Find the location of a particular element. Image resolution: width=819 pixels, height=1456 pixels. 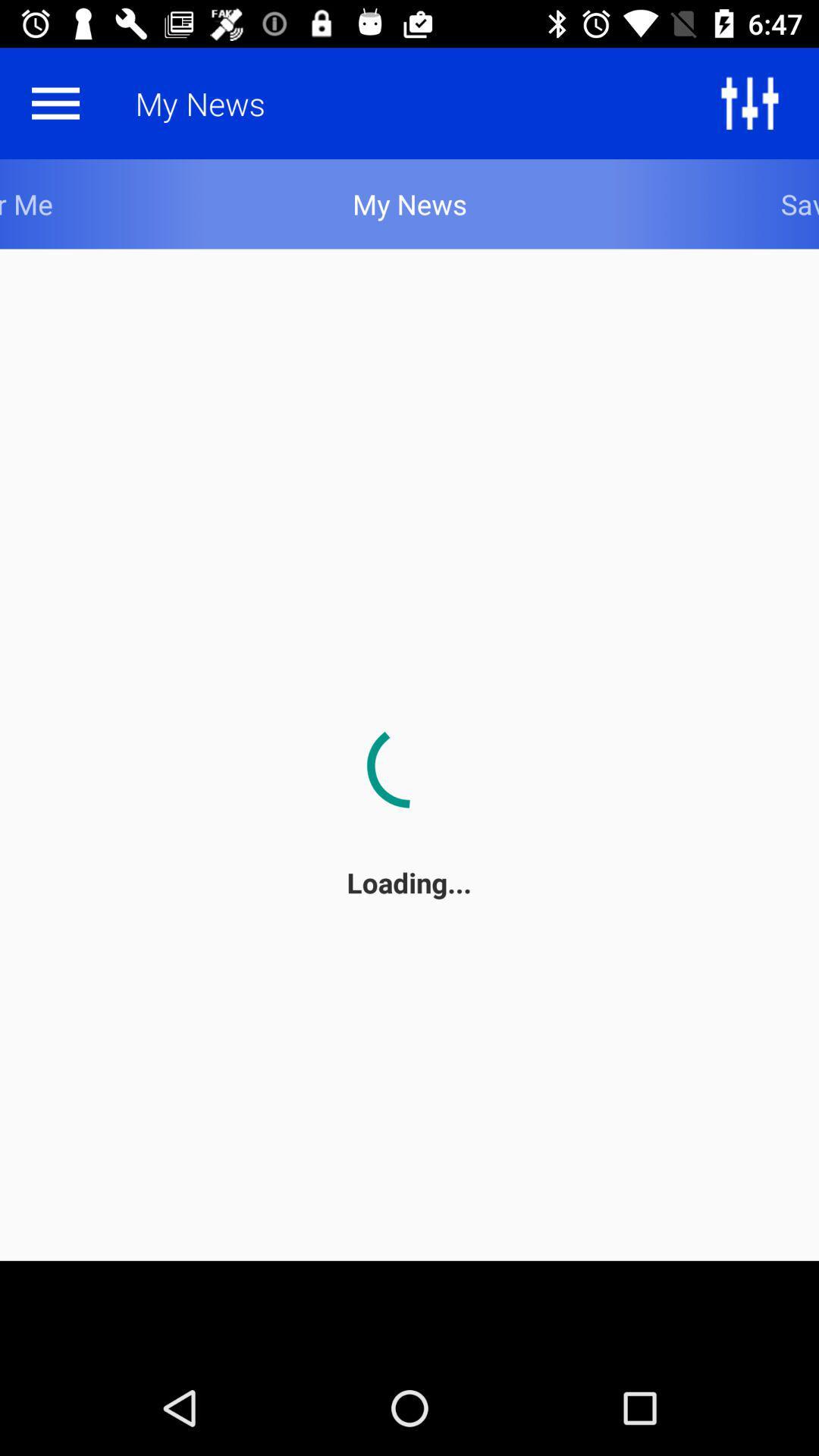

the menu icon is located at coordinates (55, 102).